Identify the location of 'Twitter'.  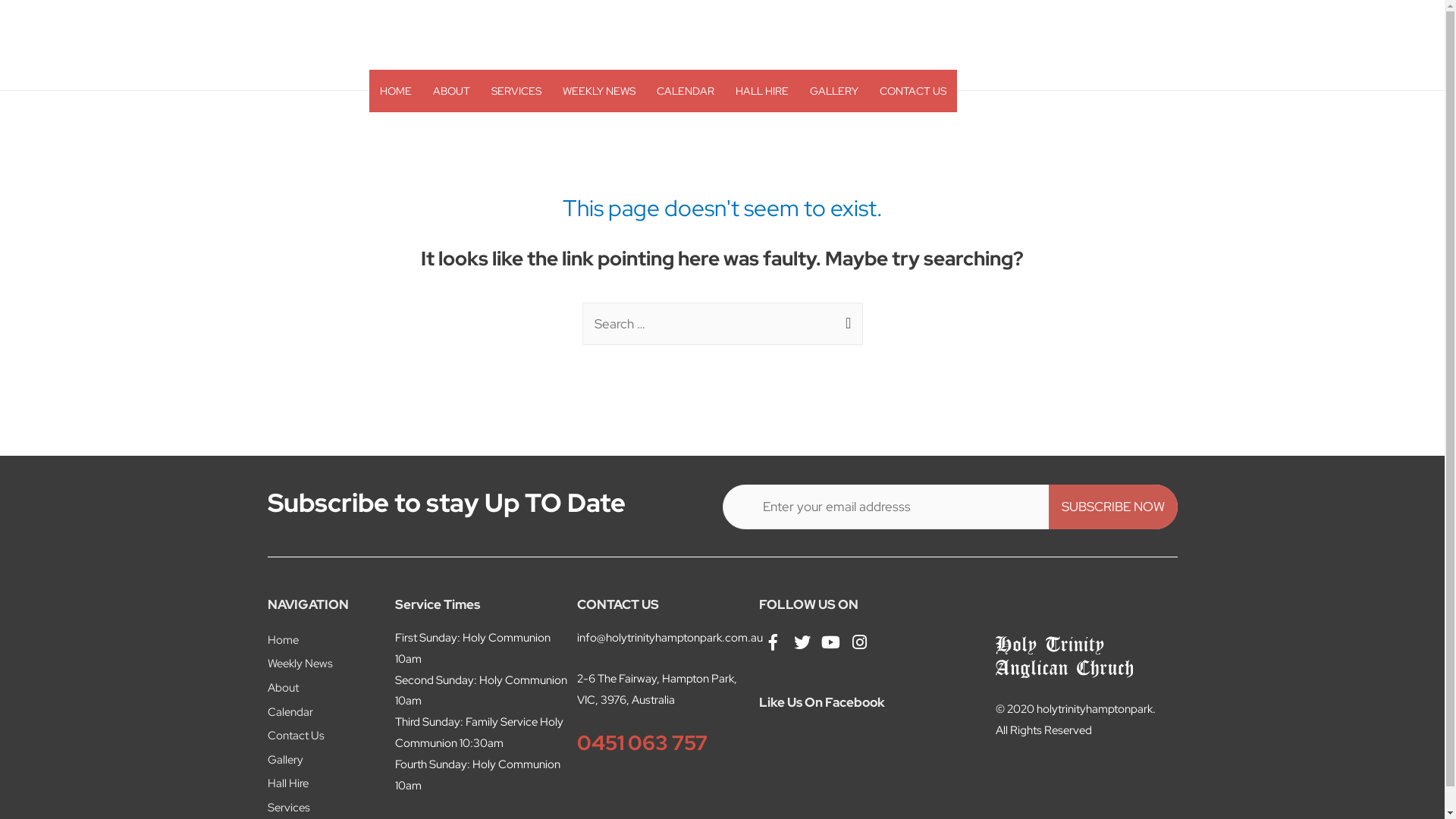
(789, 642).